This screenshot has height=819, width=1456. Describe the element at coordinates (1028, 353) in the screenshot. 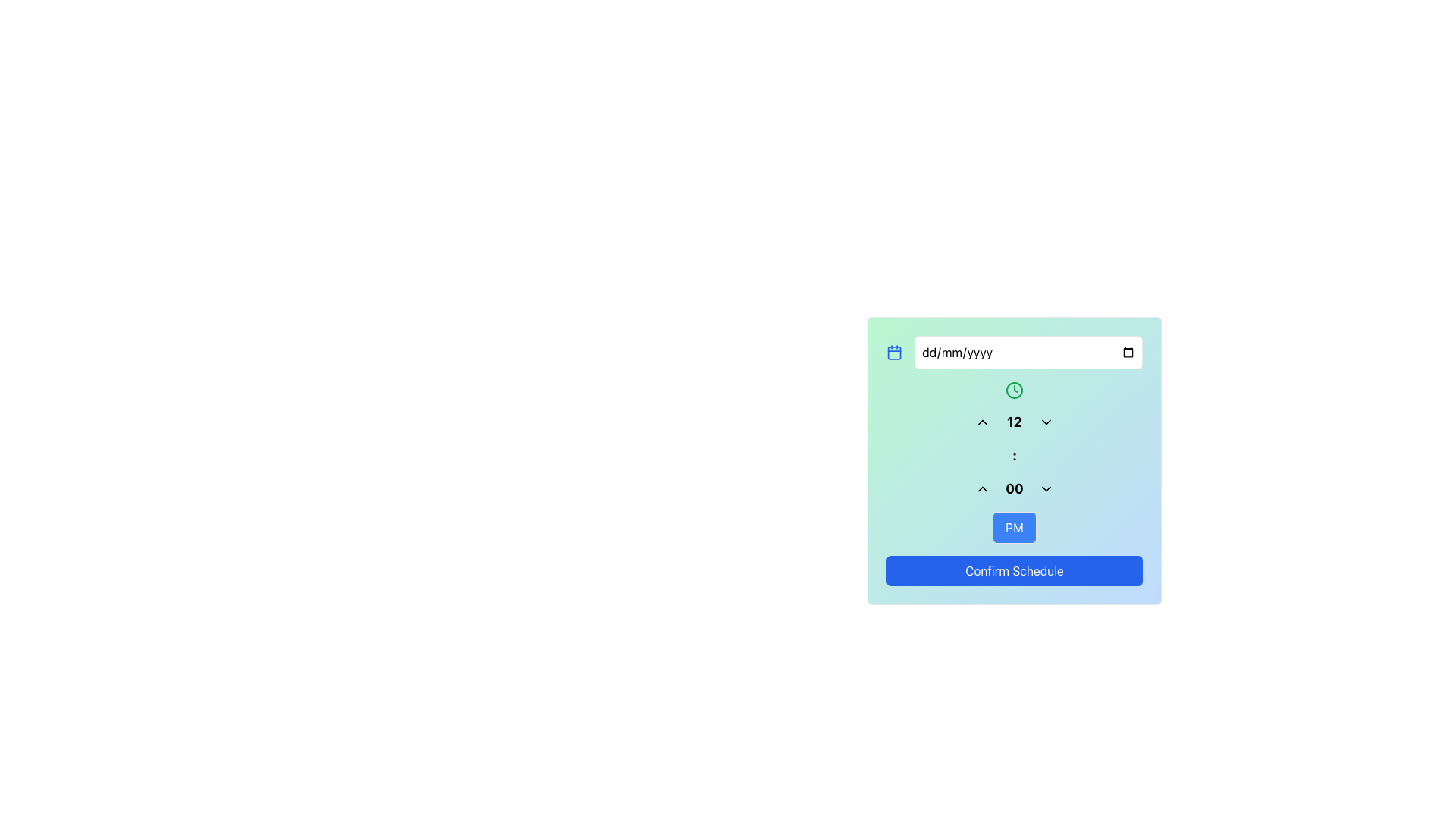

I see `the Date Picker Input field` at that location.